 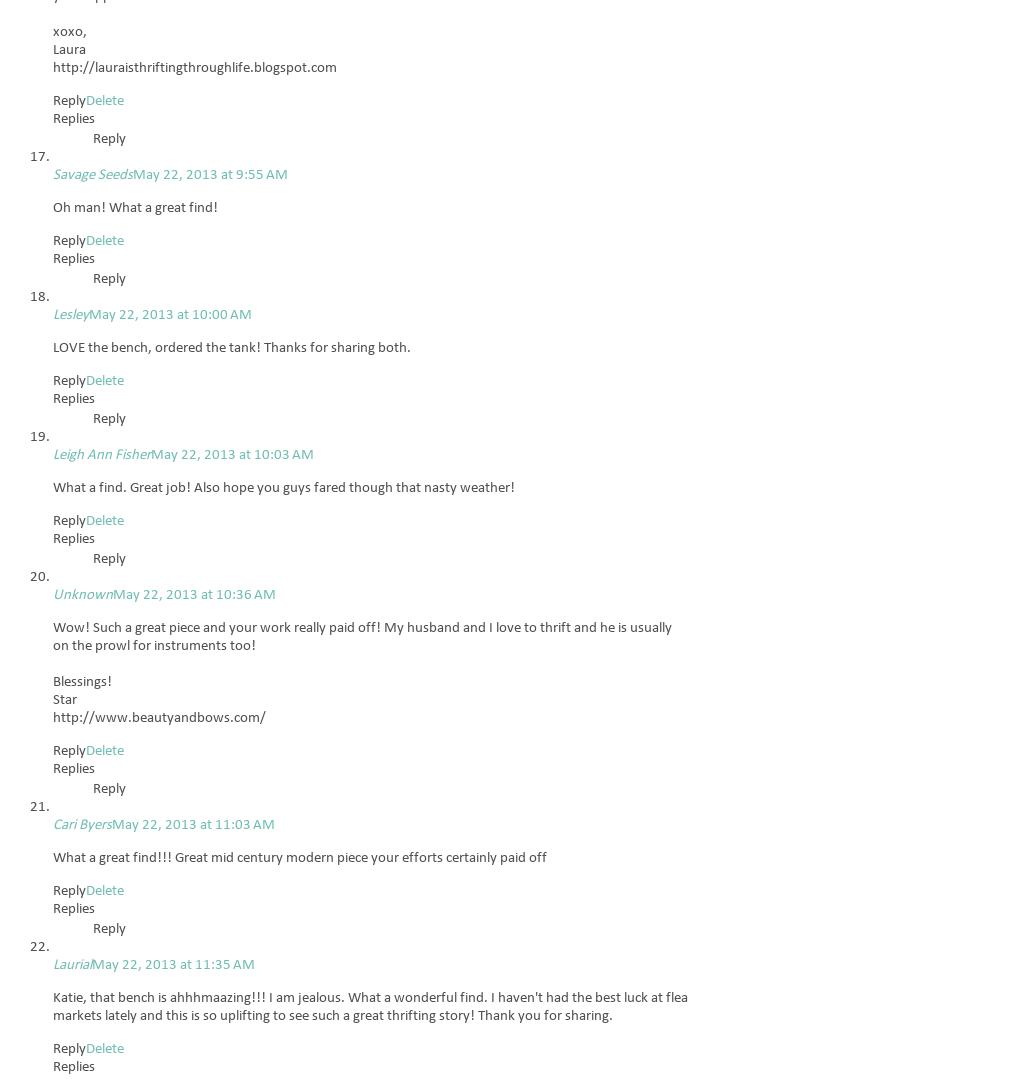 What do you see at coordinates (81, 682) in the screenshot?
I see `'Blessings!'` at bounding box center [81, 682].